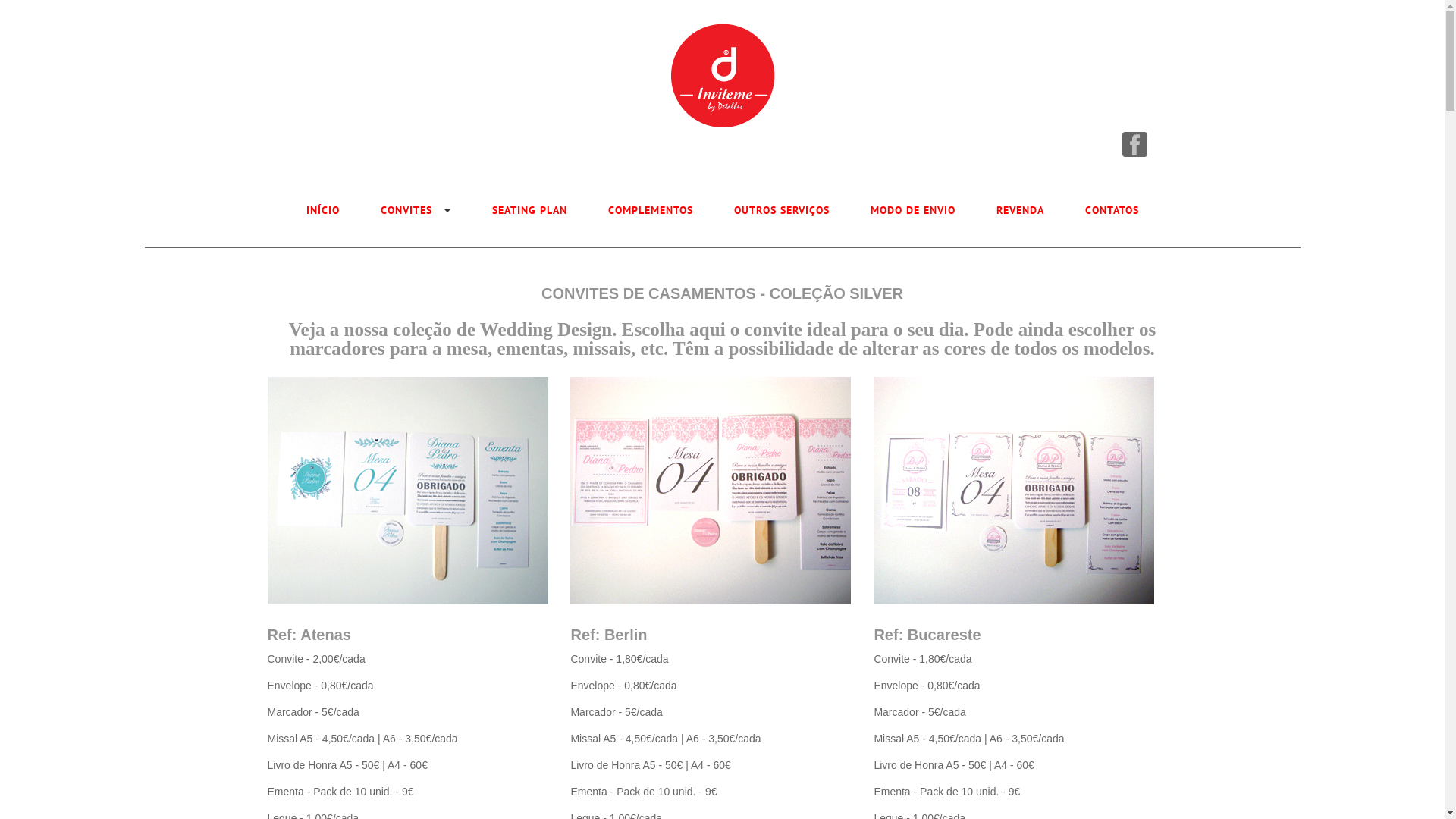 The height and width of the screenshot is (819, 1456). Describe the element at coordinates (1112, 210) in the screenshot. I see `'CONTATOS'` at that location.